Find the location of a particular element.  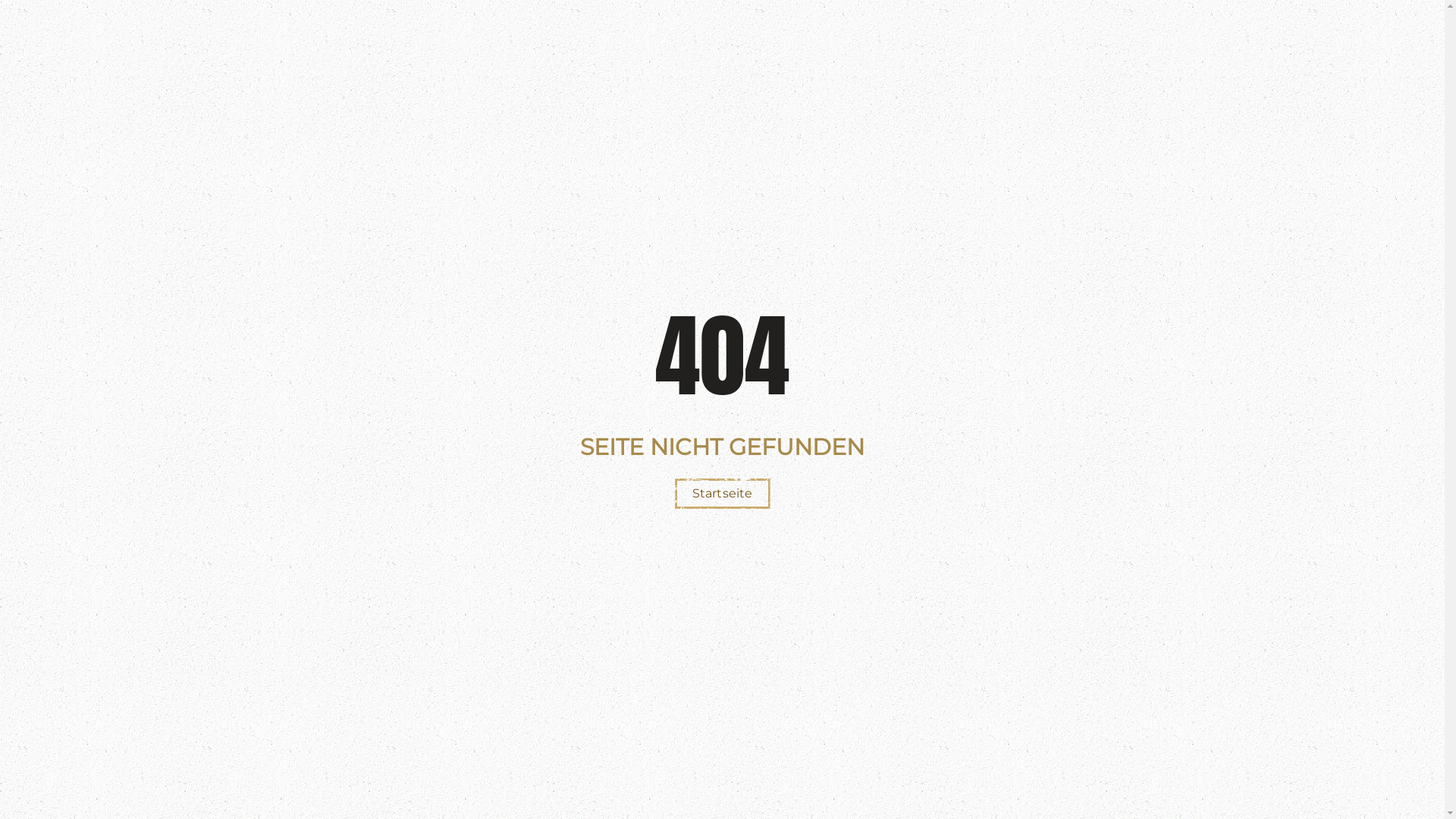

'Startseite' is located at coordinates (722, 494).